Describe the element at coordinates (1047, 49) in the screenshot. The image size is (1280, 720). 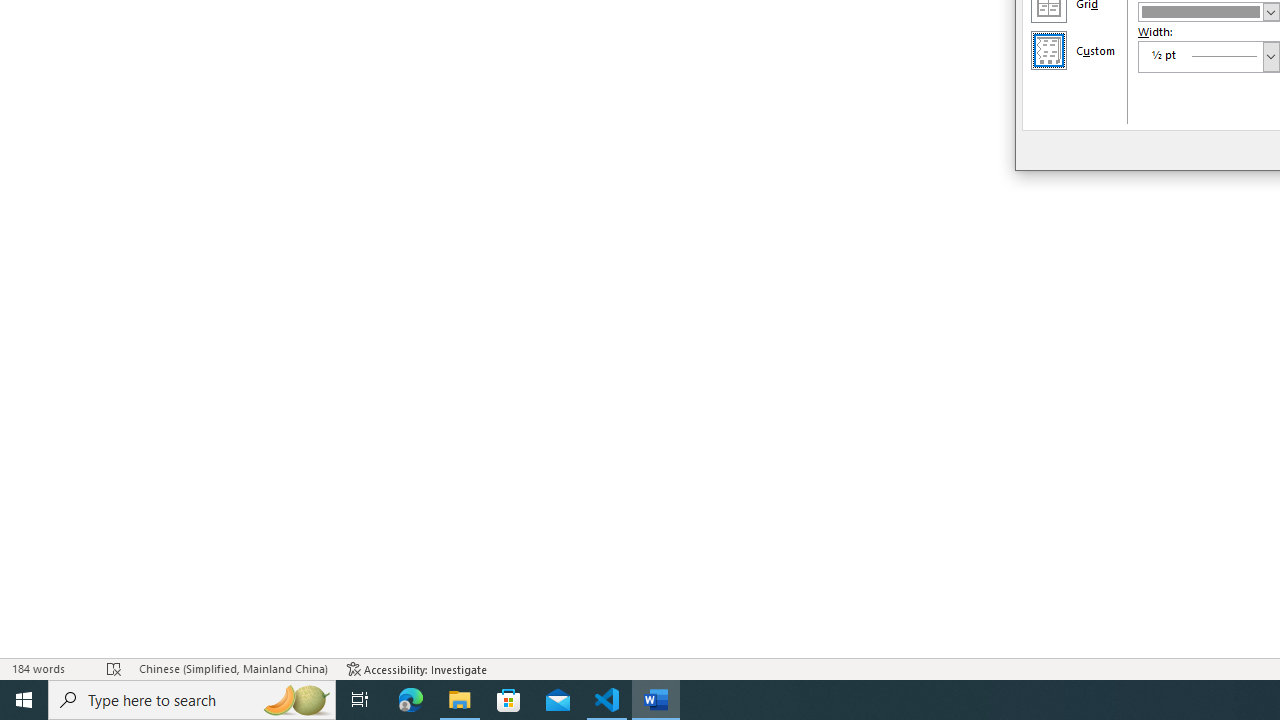
I see `'Custom'` at that location.